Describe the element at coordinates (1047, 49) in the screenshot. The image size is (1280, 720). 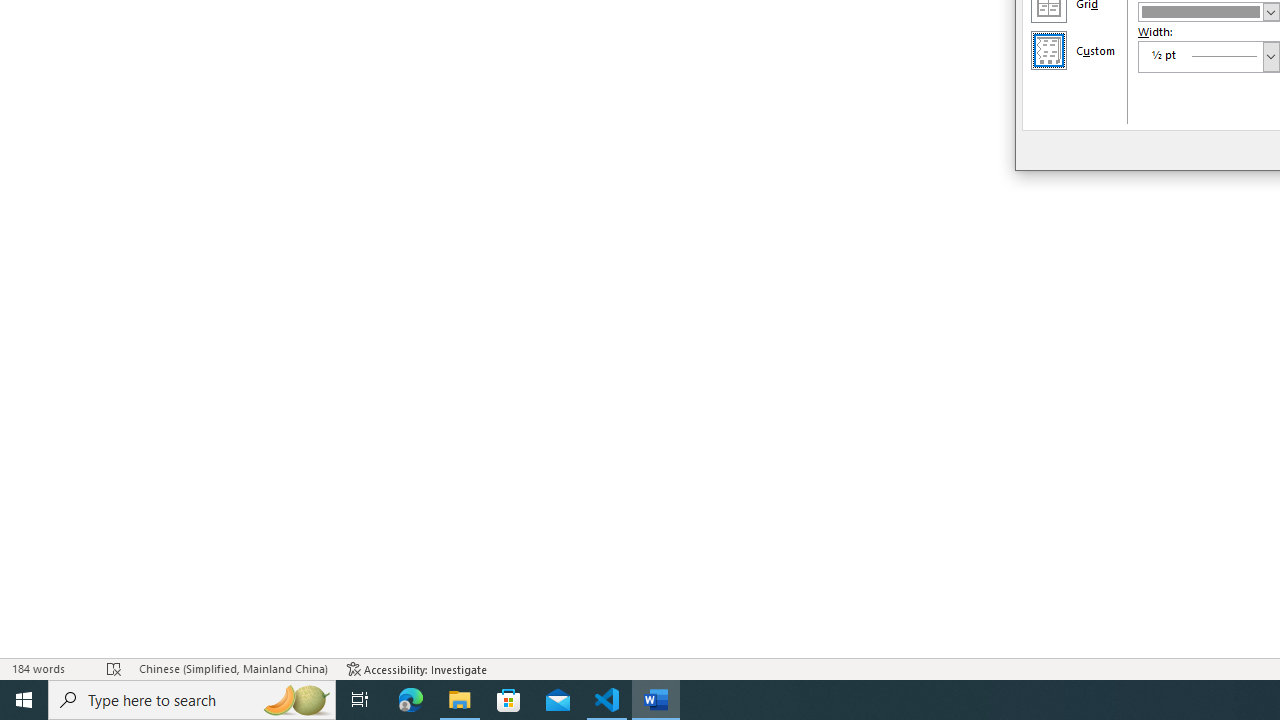
I see `'Custom'` at that location.